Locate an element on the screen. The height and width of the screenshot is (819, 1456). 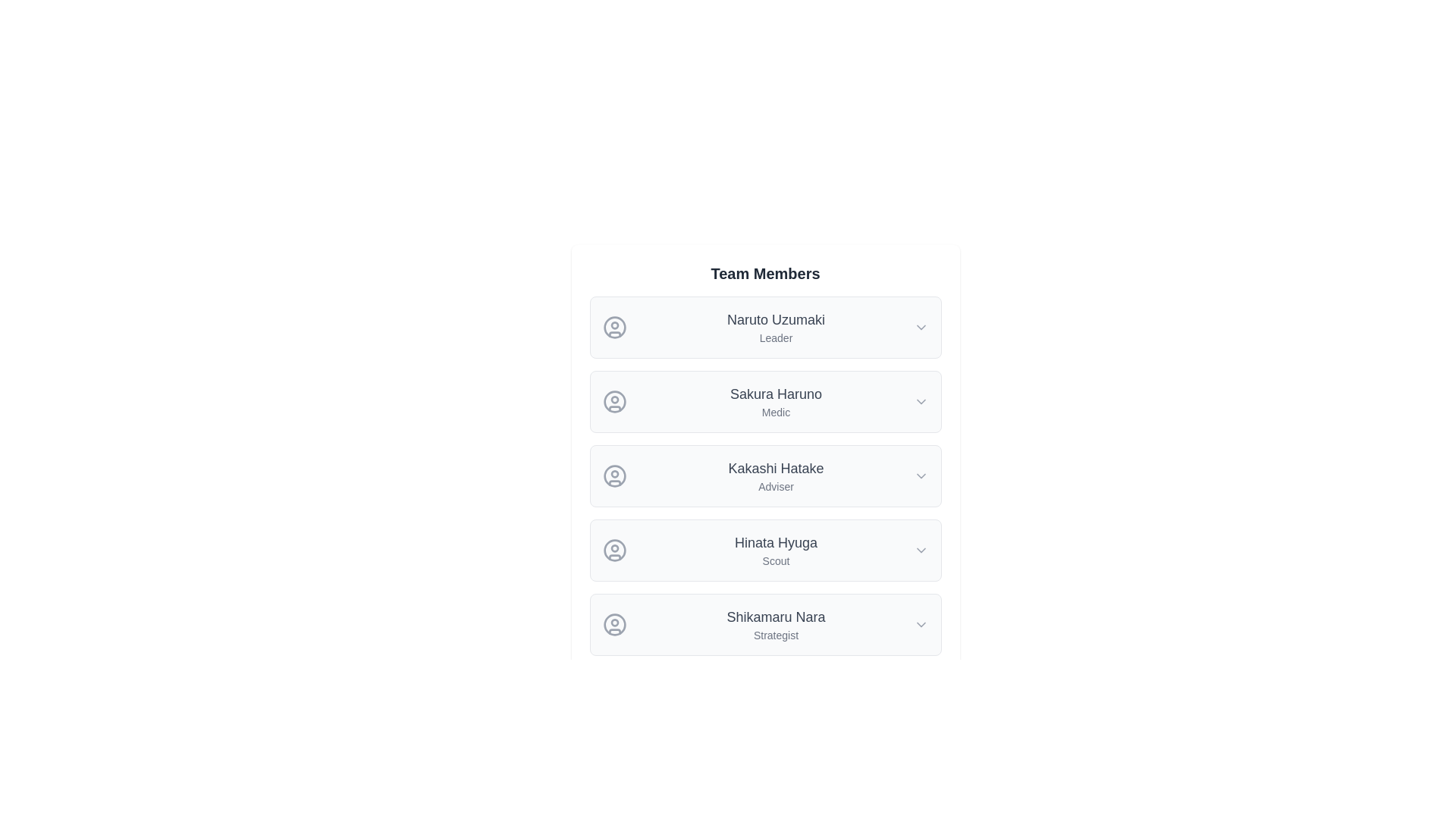
the Circle graphical element that represents the user profile icon, which is centrally positioned in the second row of a vertically stacked list, adjacent to the label 'Sakura Haruno' is located at coordinates (614, 400).